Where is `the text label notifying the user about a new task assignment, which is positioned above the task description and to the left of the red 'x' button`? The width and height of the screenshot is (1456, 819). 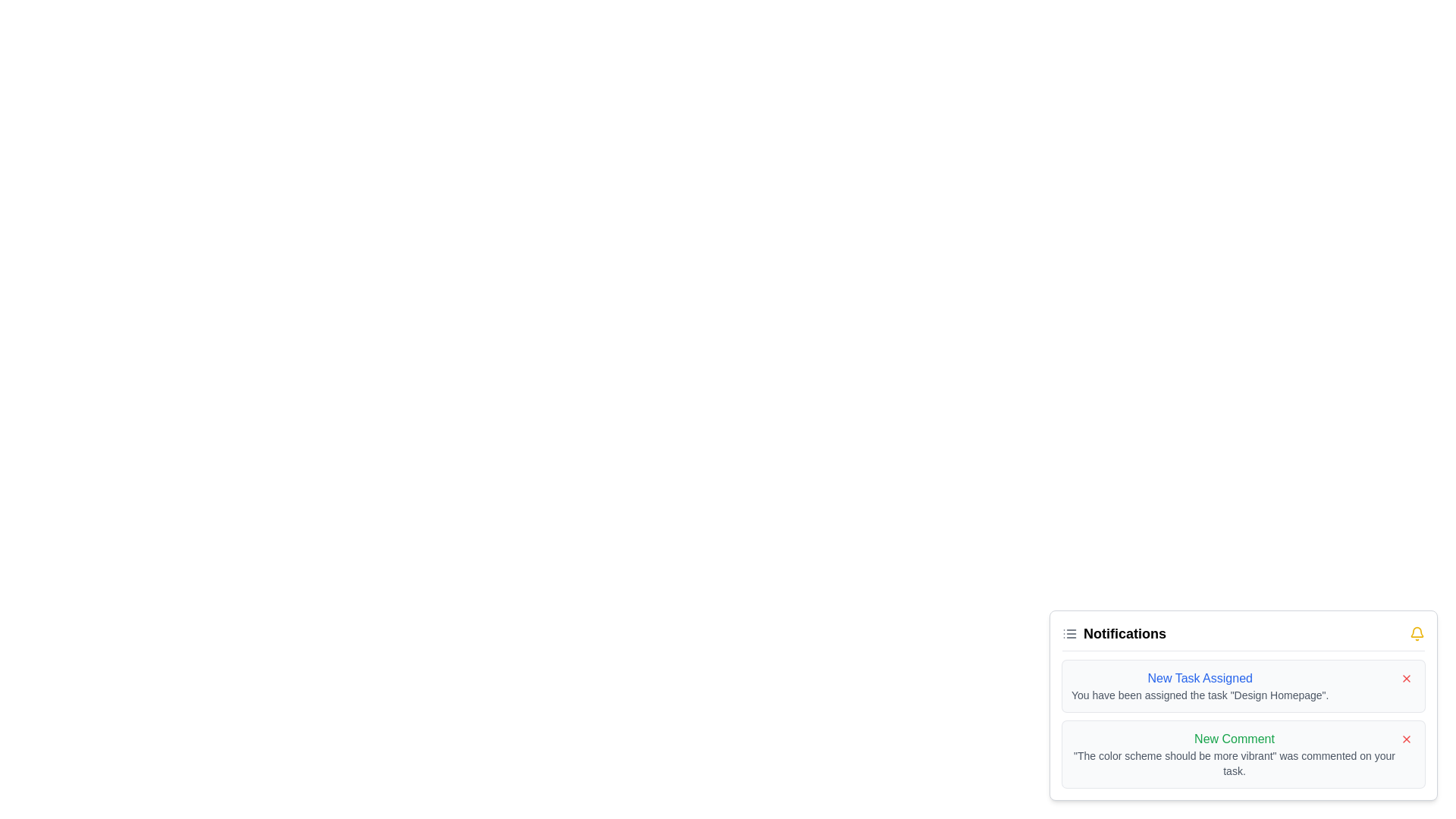
the text label notifying the user about a new task assignment, which is positioned above the task description and to the left of the red 'x' button is located at coordinates (1199, 677).